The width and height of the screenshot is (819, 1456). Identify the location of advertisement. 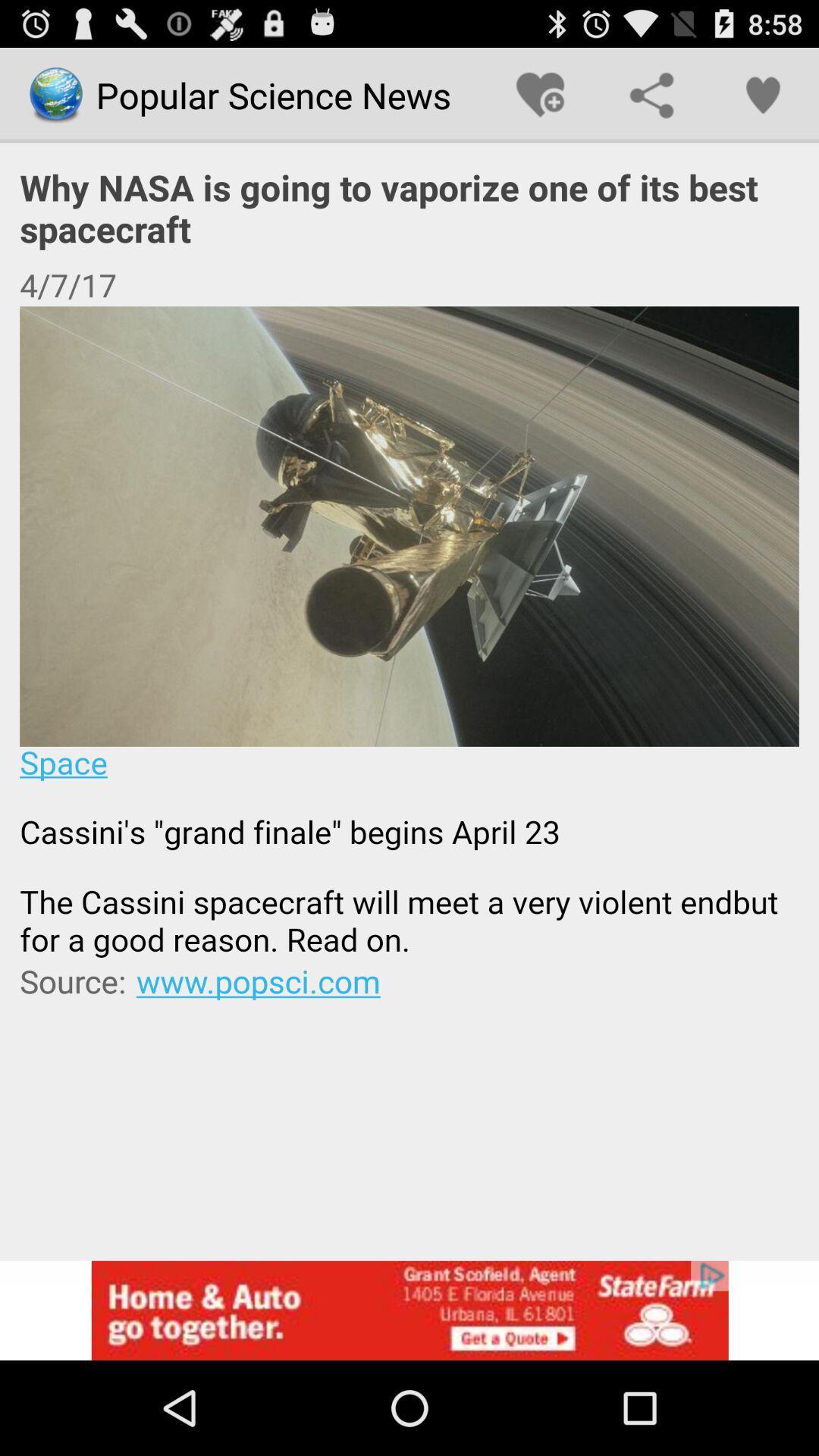
(409, 1310).